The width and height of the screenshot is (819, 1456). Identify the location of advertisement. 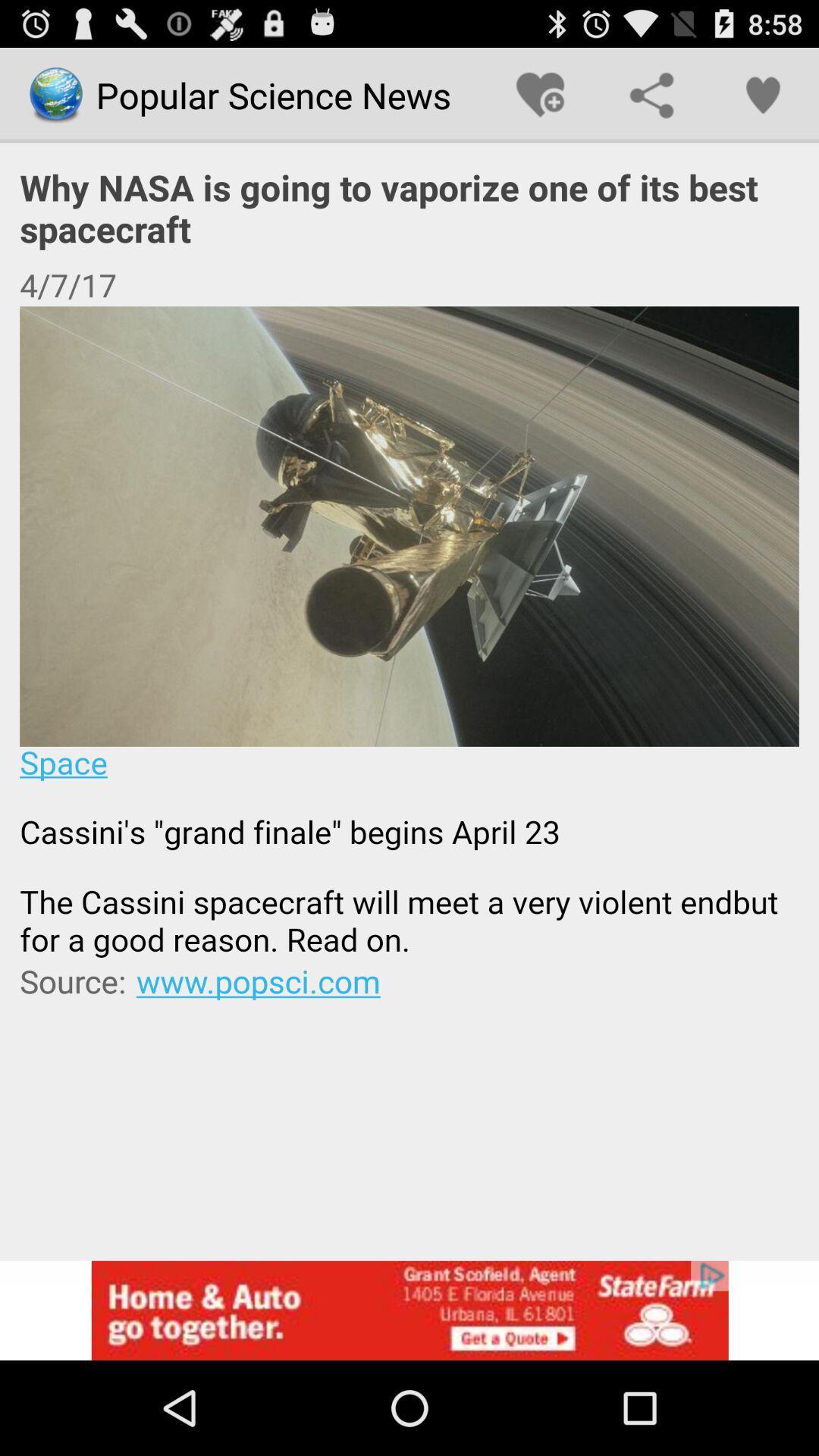
(409, 1310).